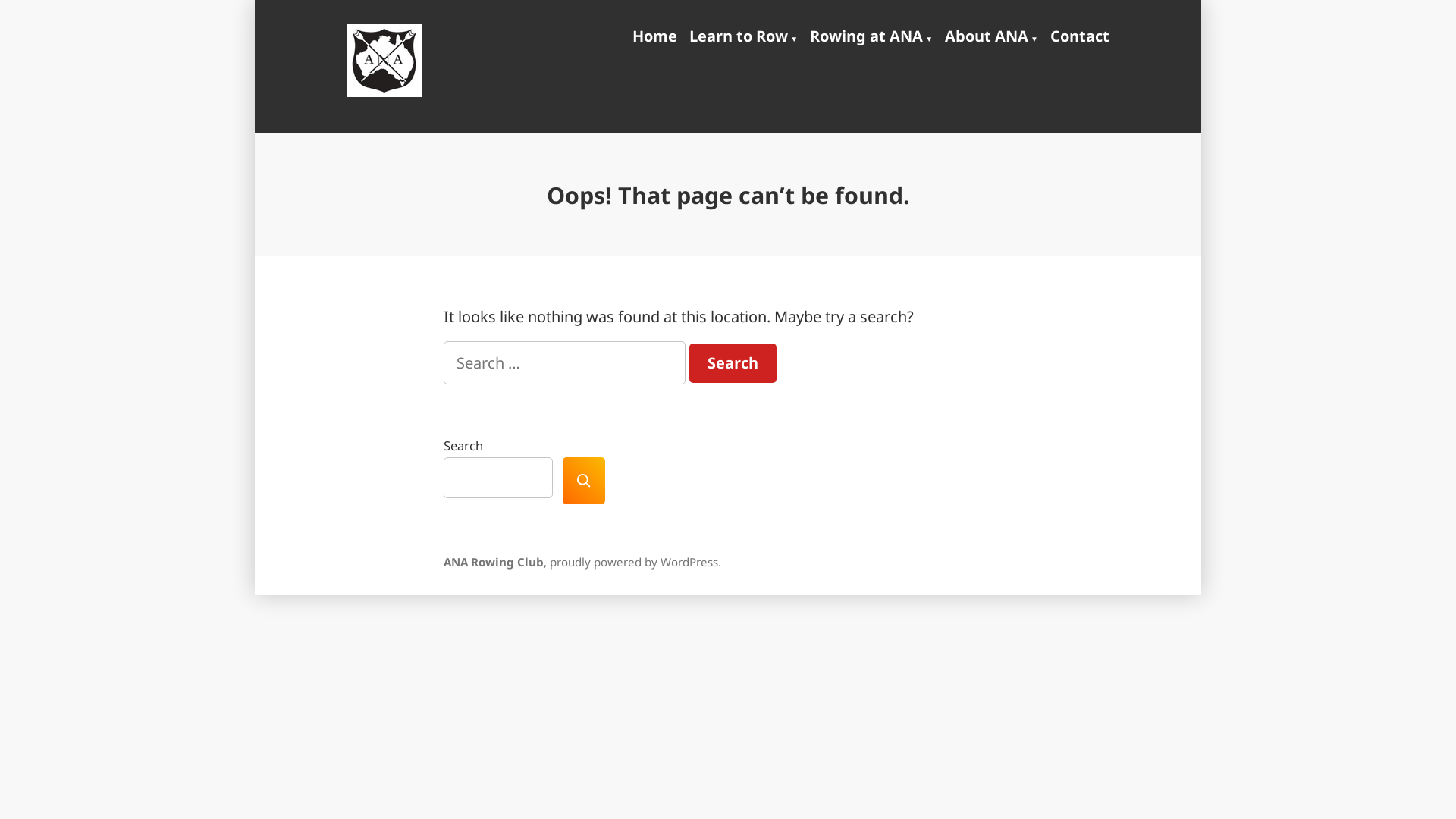 This screenshot has width=1456, height=819. I want to click on 'proudly powered by WordPress', so click(548, 561).